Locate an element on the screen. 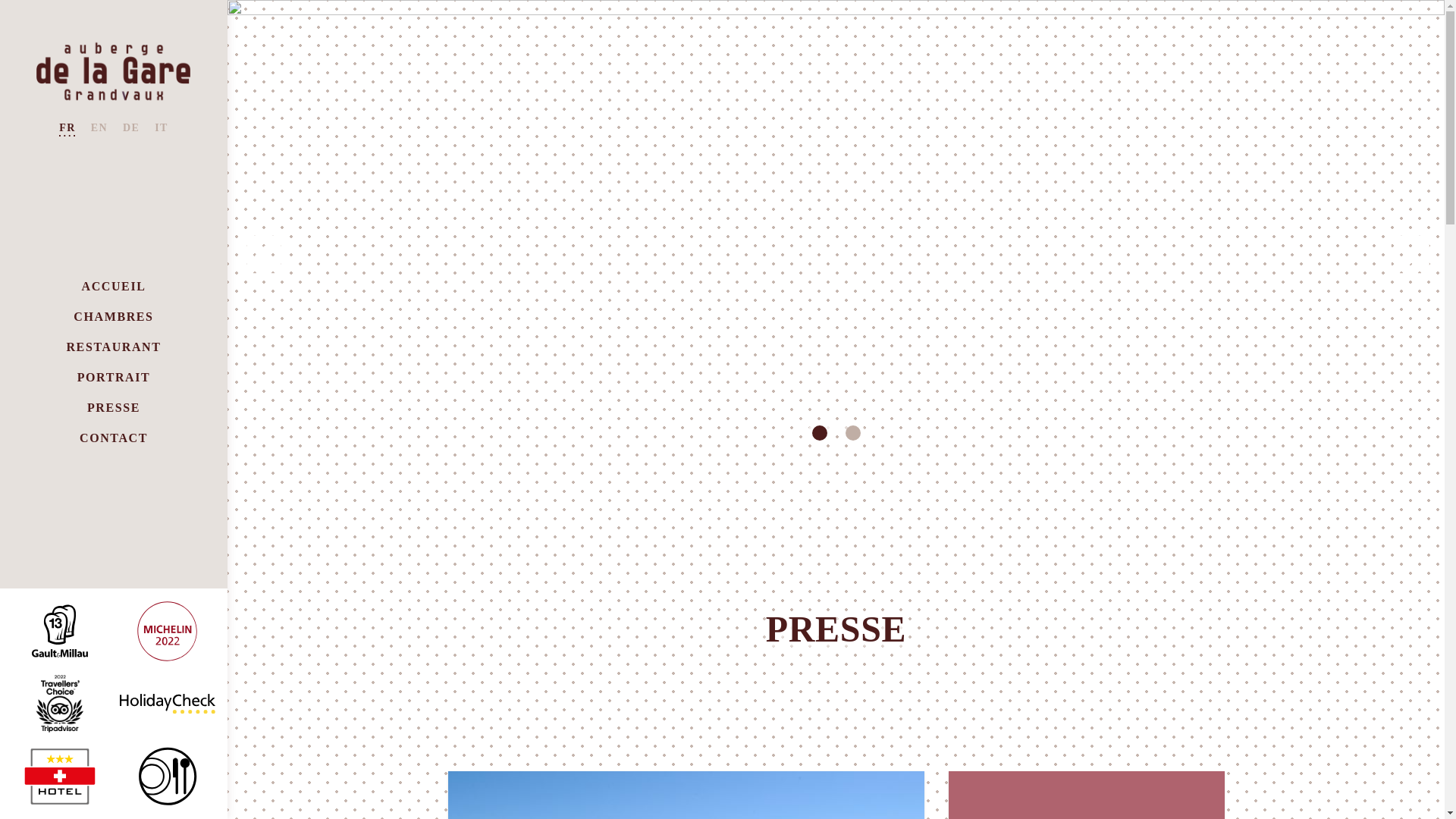 This screenshot has width=1456, height=819. 'Aller au contenu principal' is located at coordinates (0, 0).